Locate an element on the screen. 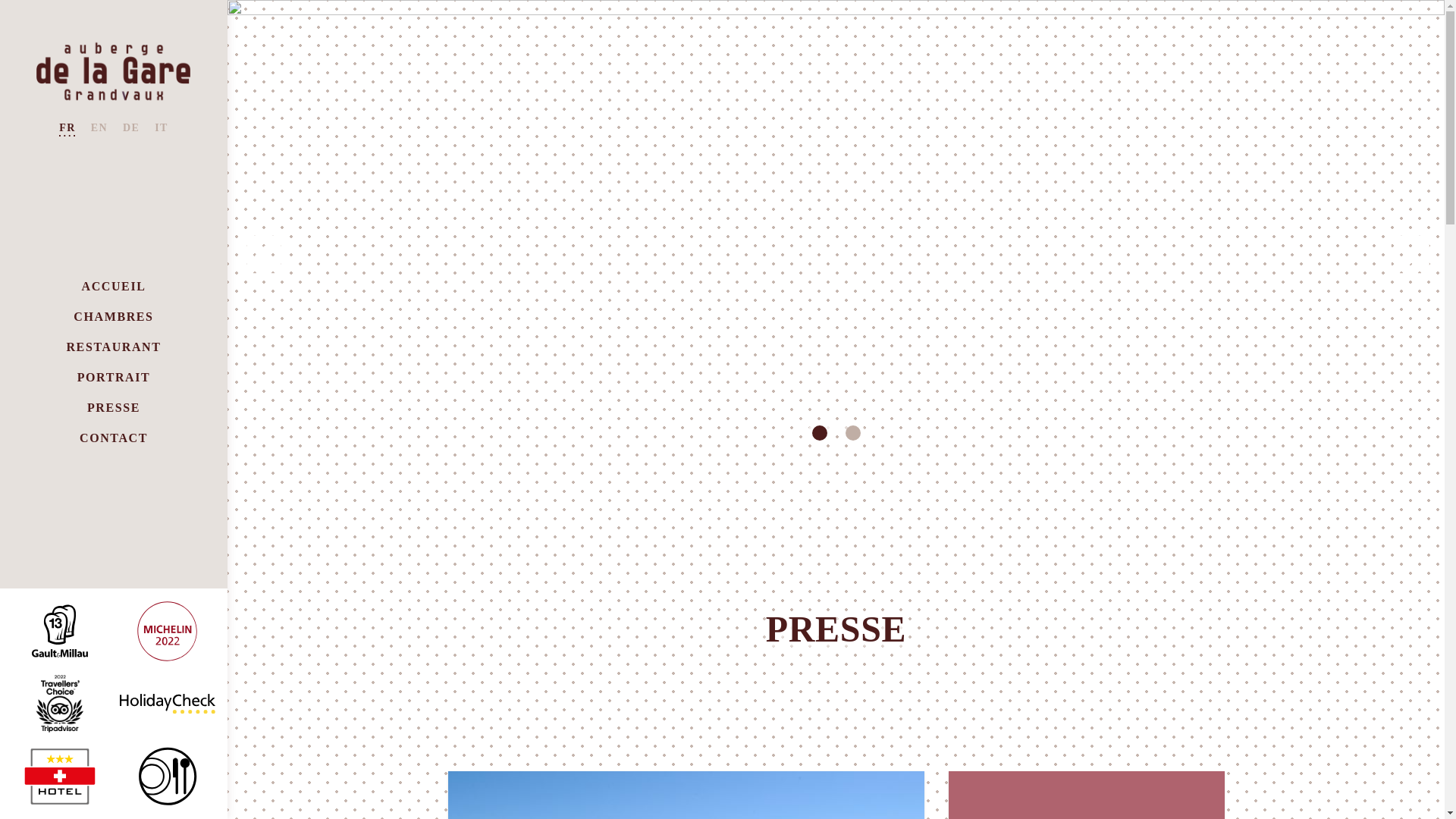 This screenshot has width=1456, height=819. 'Aller au contenu principal' is located at coordinates (0, 0).